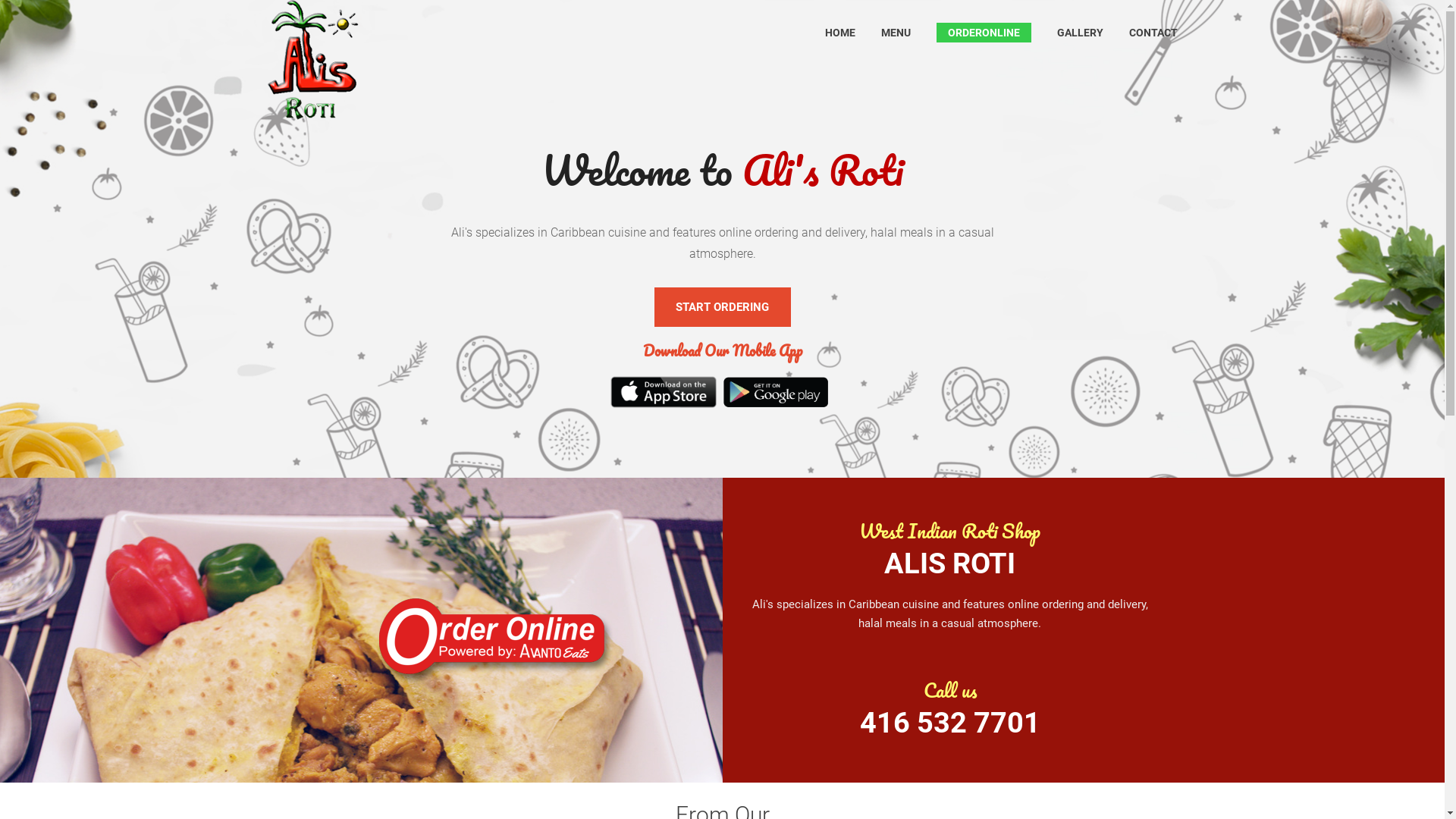 This screenshot has height=819, width=1456. Describe the element at coordinates (1153, 32) in the screenshot. I see `'CONTACT'` at that location.